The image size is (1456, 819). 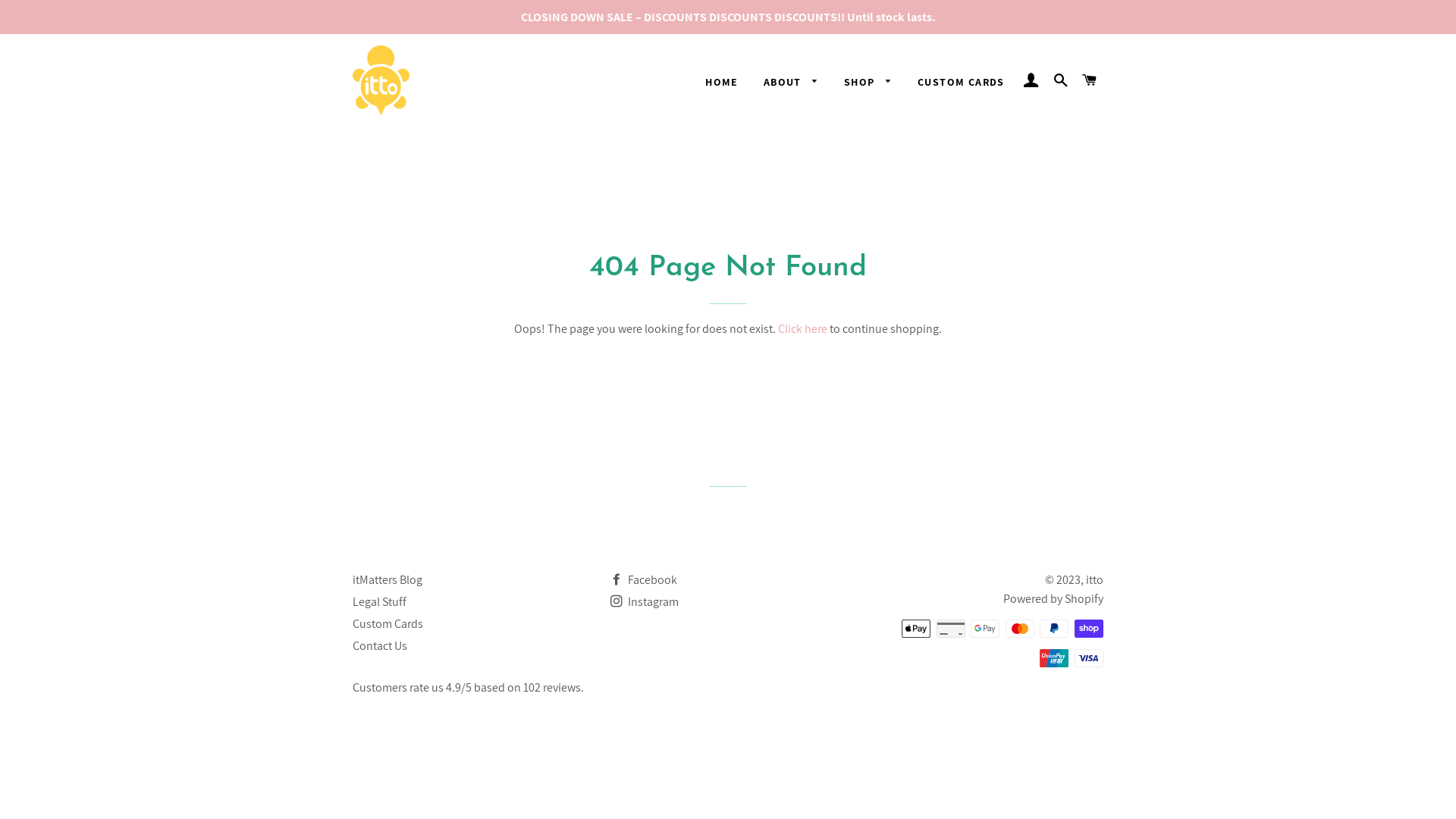 What do you see at coordinates (1052, 598) in the screenshot?
I see `'Powered by Shopify'` at bounding box center [1052, 598].